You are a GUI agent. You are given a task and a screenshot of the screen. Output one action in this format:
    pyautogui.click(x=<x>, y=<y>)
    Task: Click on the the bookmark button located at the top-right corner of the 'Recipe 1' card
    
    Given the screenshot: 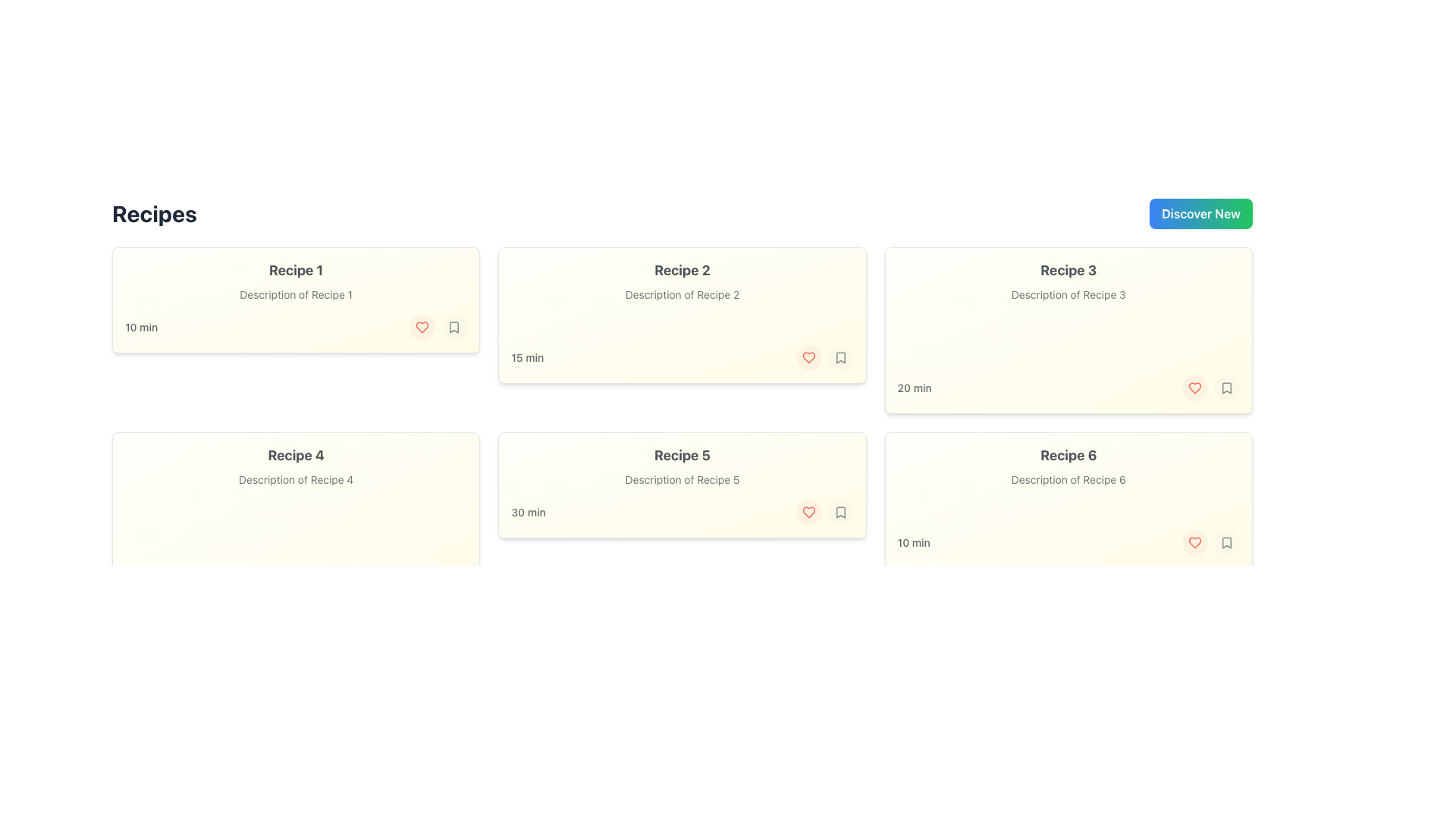 What is the action you would take?
    pyautogui.click(x=453, y=327)
    